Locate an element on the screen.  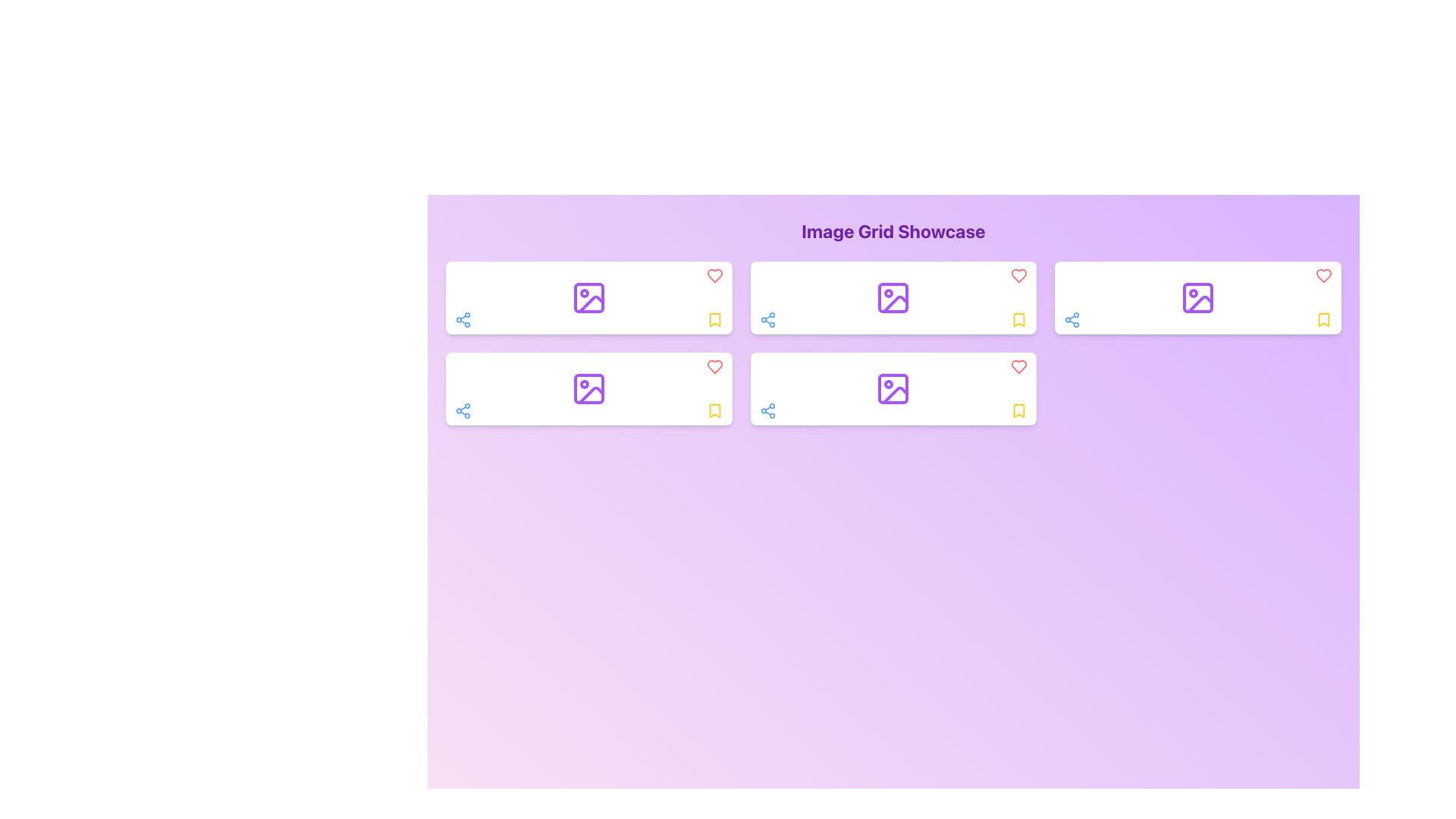
the yellow bookmark icon button located at the bottom-right corner of the third card in the top row of a 3x2 grid layout to bookmark is located at coordinates (1019, 318).